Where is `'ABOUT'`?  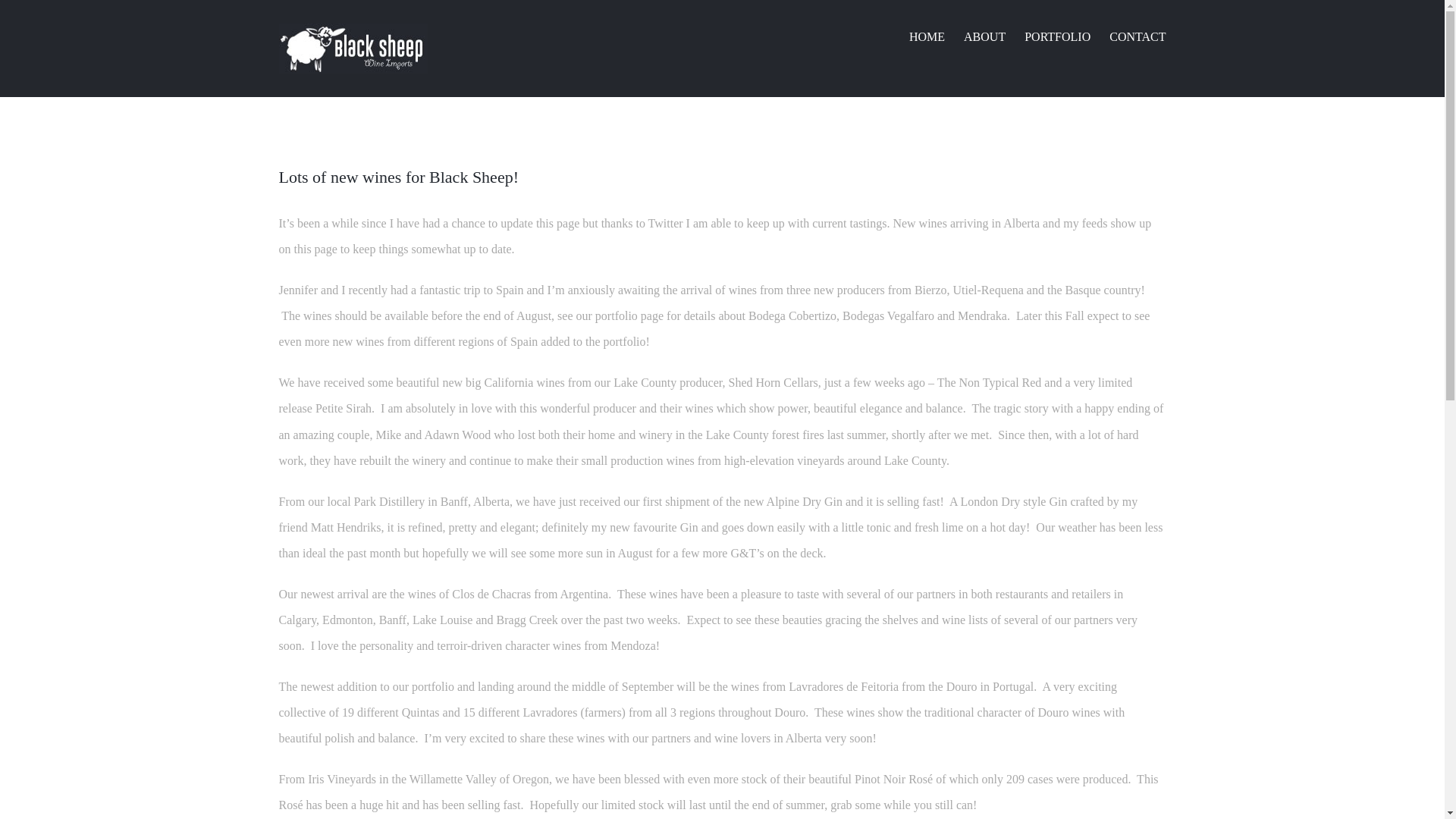 'ABOUT' is located at coordinates (963, 35).